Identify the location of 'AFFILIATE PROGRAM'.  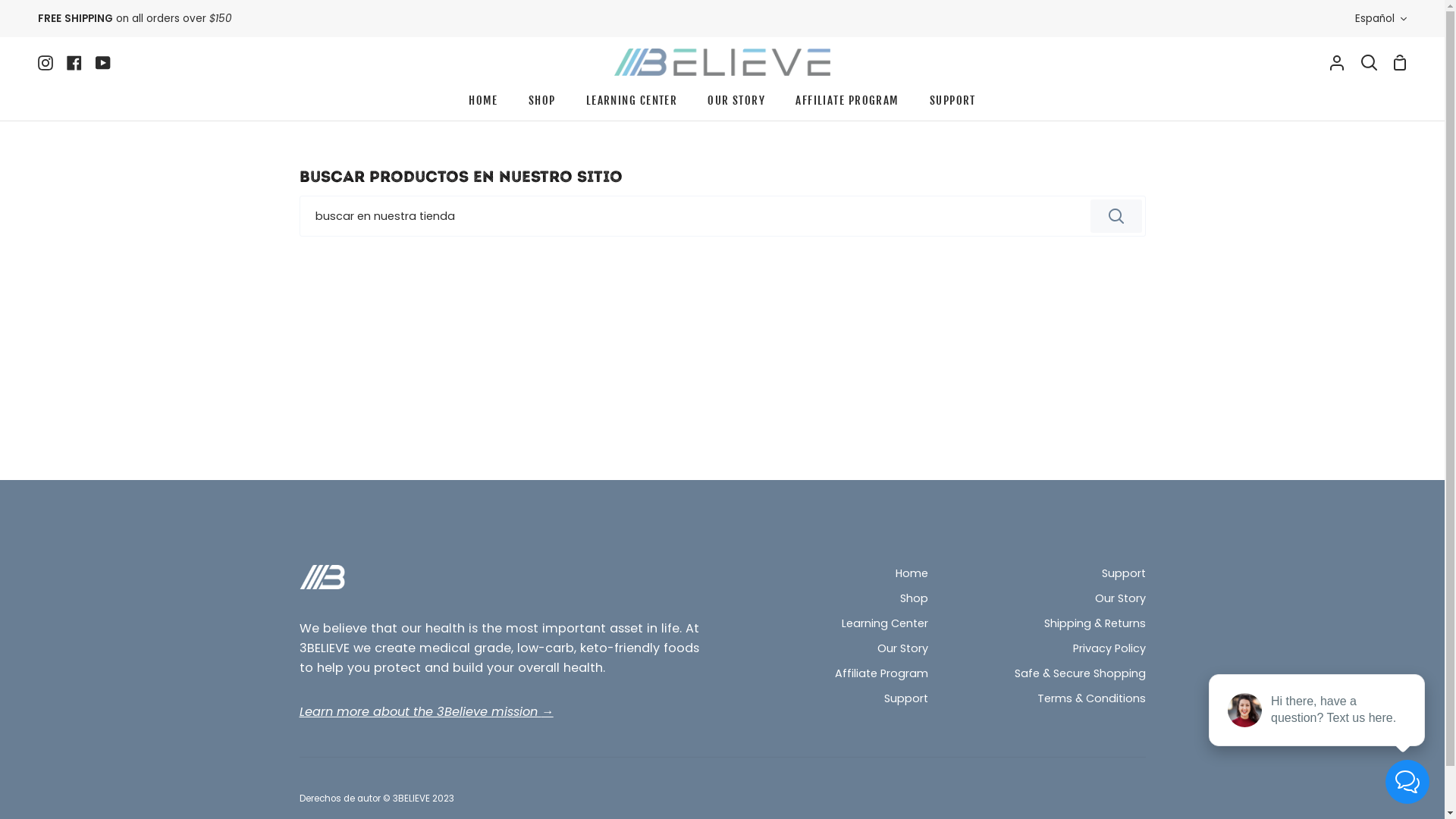
(846, 103).